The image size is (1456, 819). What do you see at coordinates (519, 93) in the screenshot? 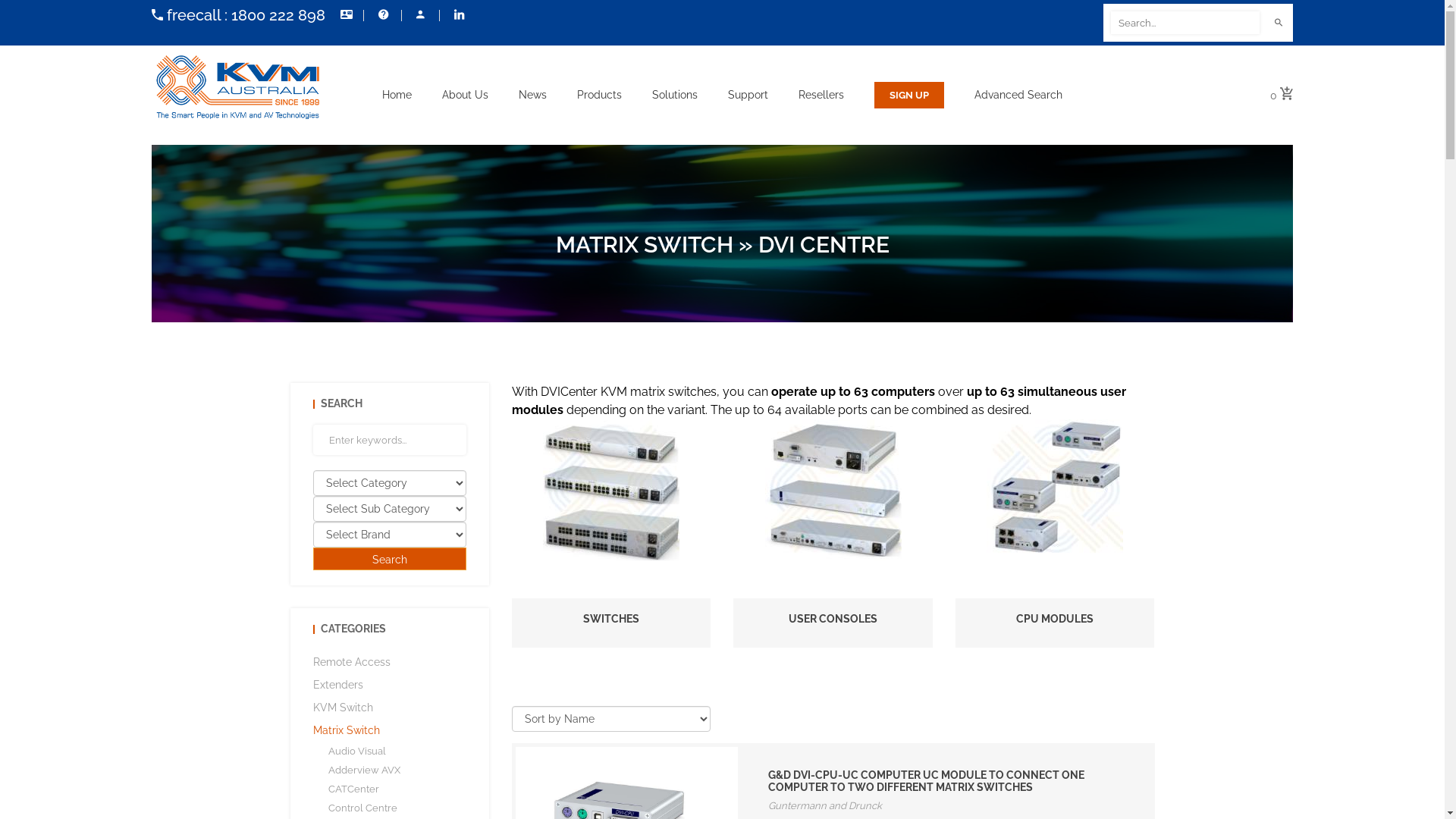
I see `'News'` at bounding box center [519, 93].